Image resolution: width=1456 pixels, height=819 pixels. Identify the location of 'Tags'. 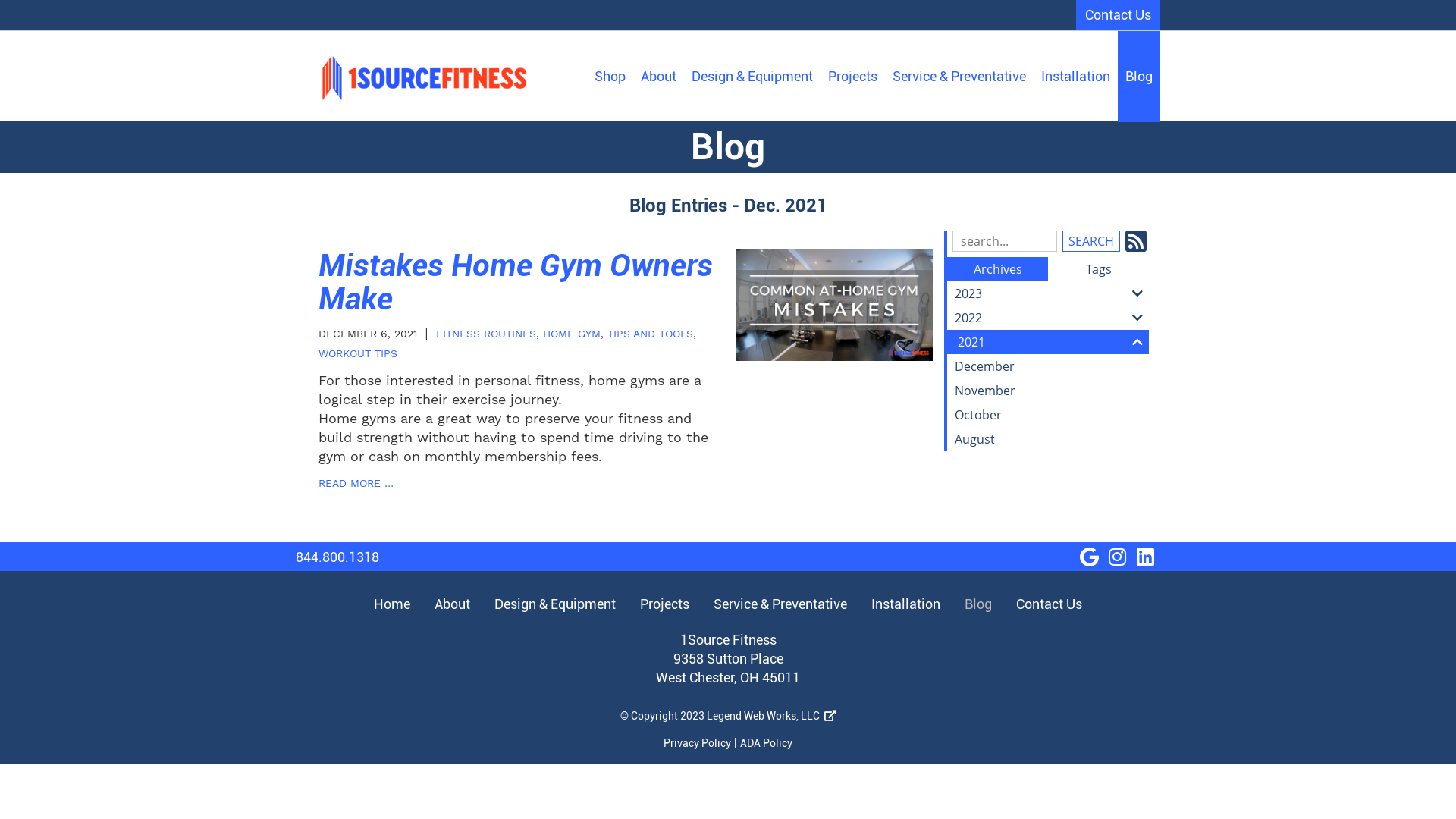
(1098, 268).